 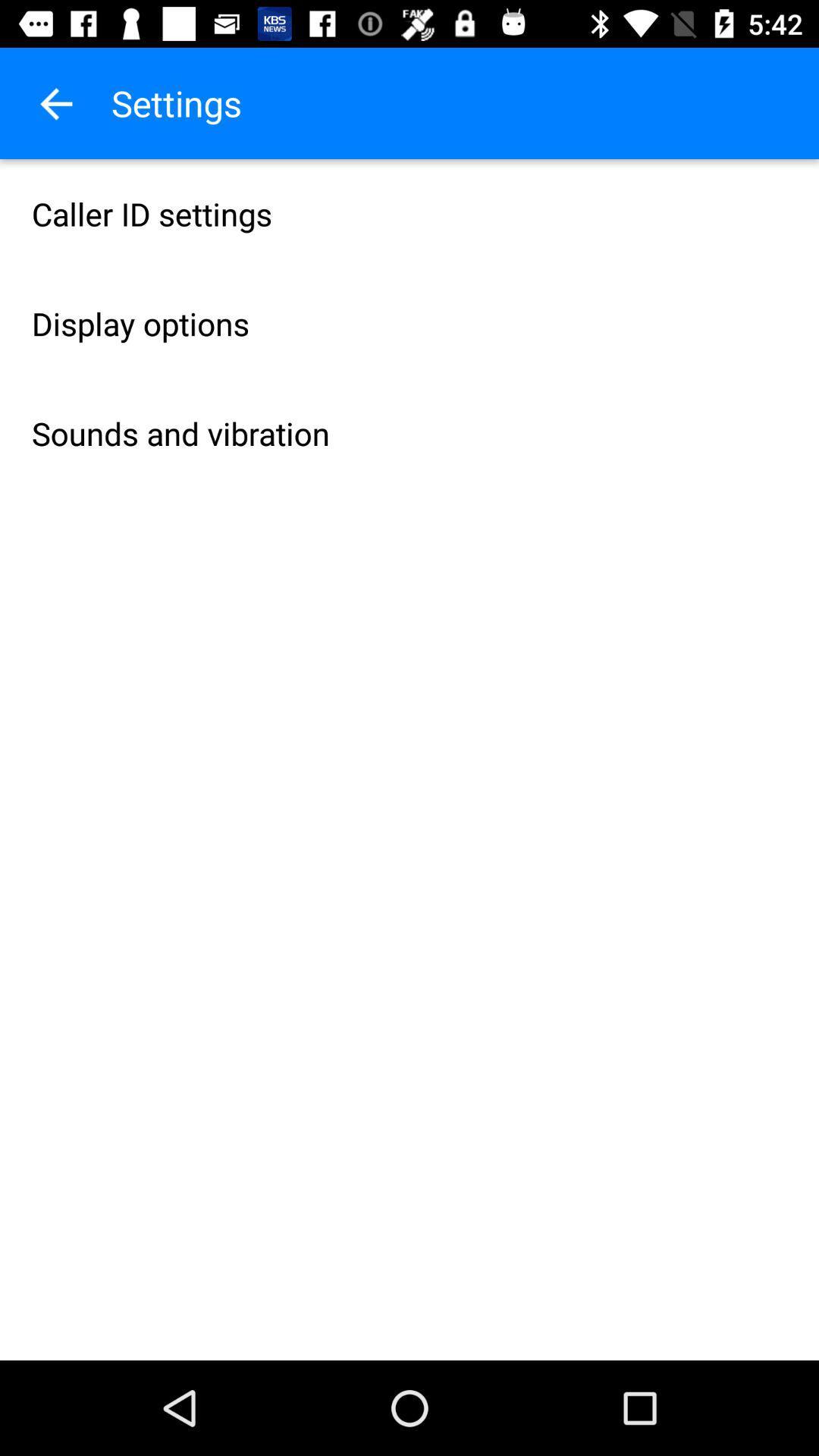 I want to click on icon above sounds and vibration, so click(x=409, y=323).